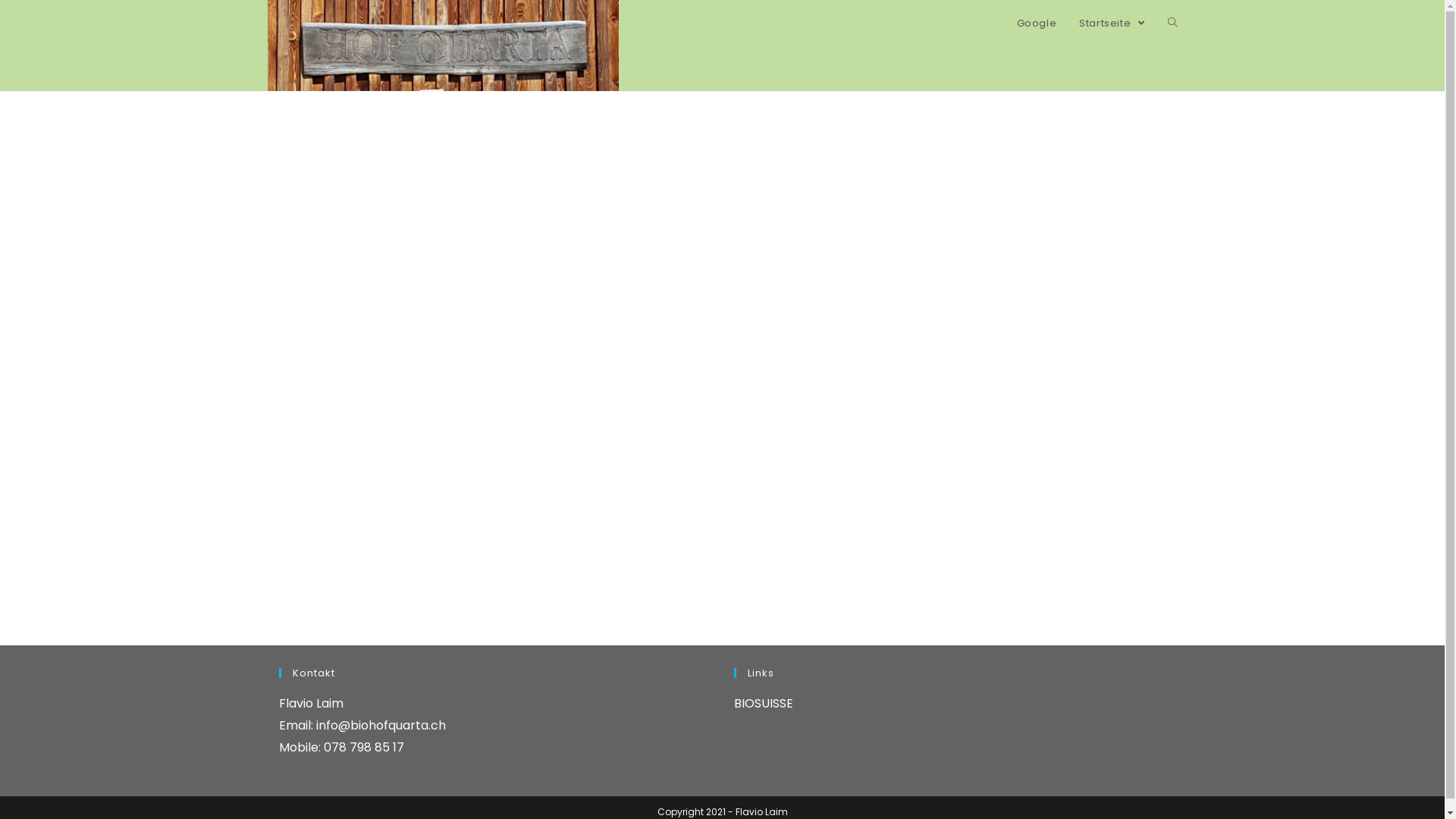 The height and width of the screenshot is (819, 1456). Describe the element at coordinates (1036, 23) in the screenshot. I see `'Google'` at that location.